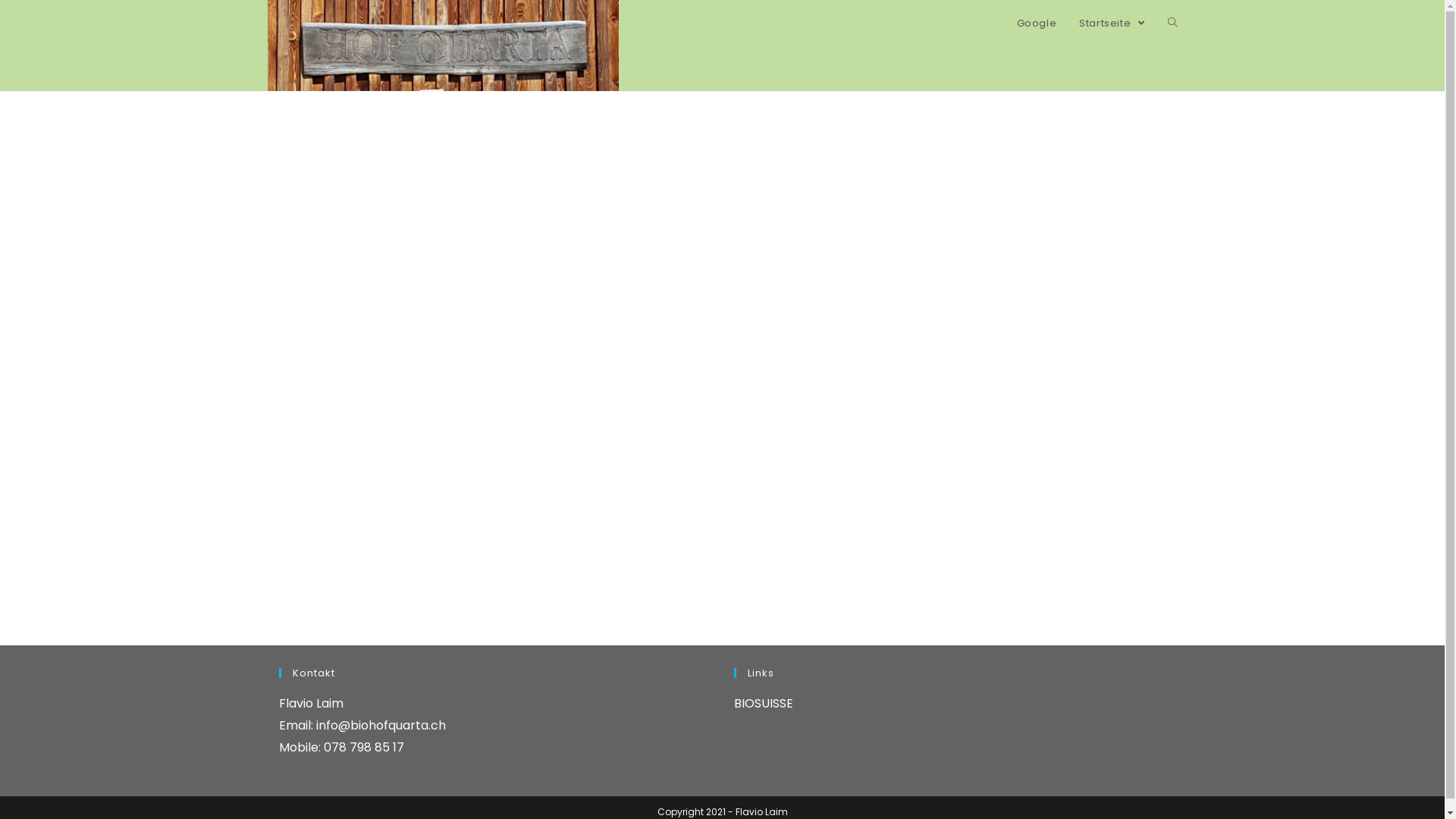 The height and width of the screenshot is (819, 1456). Describe the element at coordinates (1036, 23) in the screenshot. I see `'Google'` at that location.